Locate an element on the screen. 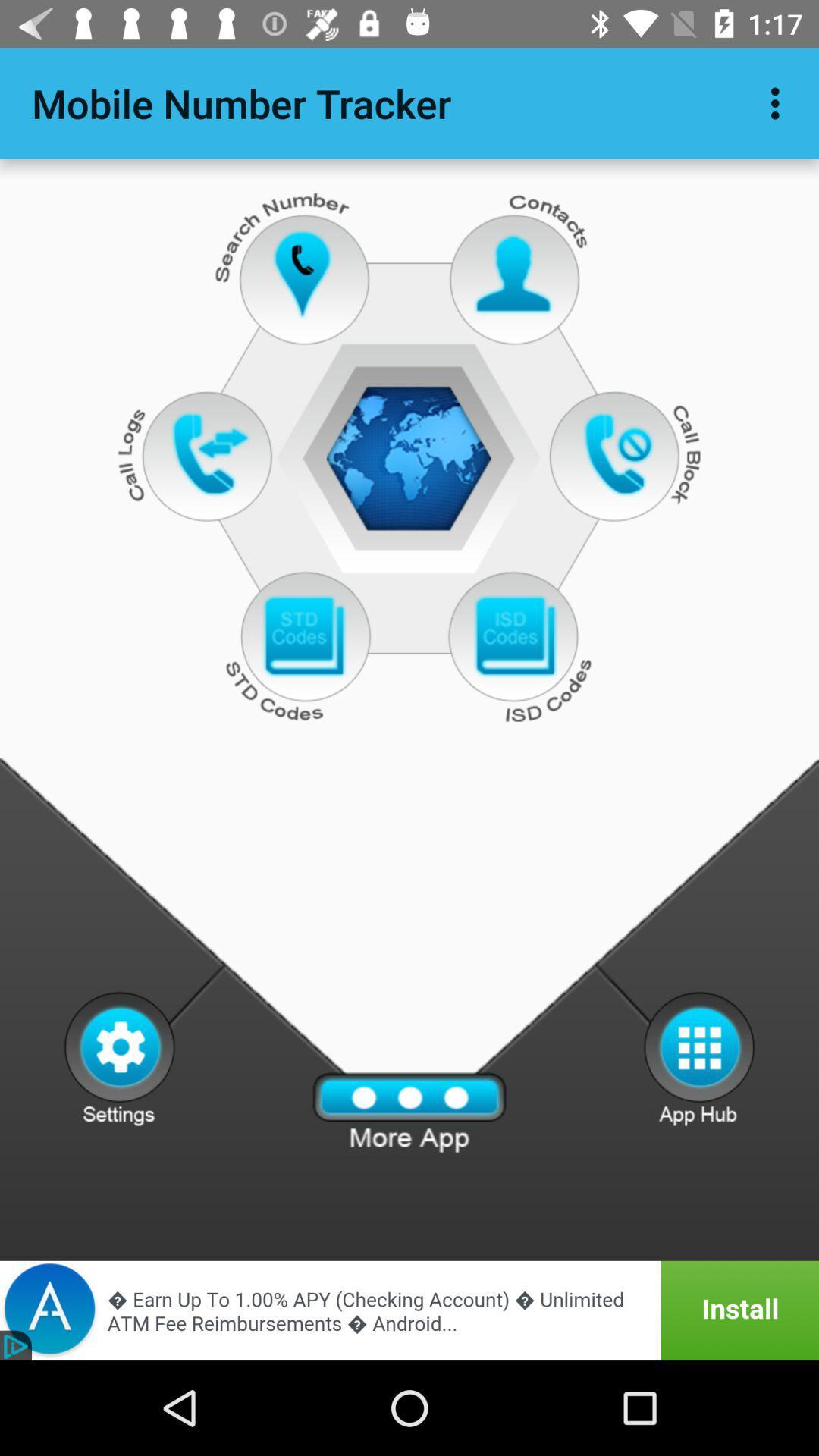 The image size is (819, 1456). more apps is located at coordinates (409, 1112).